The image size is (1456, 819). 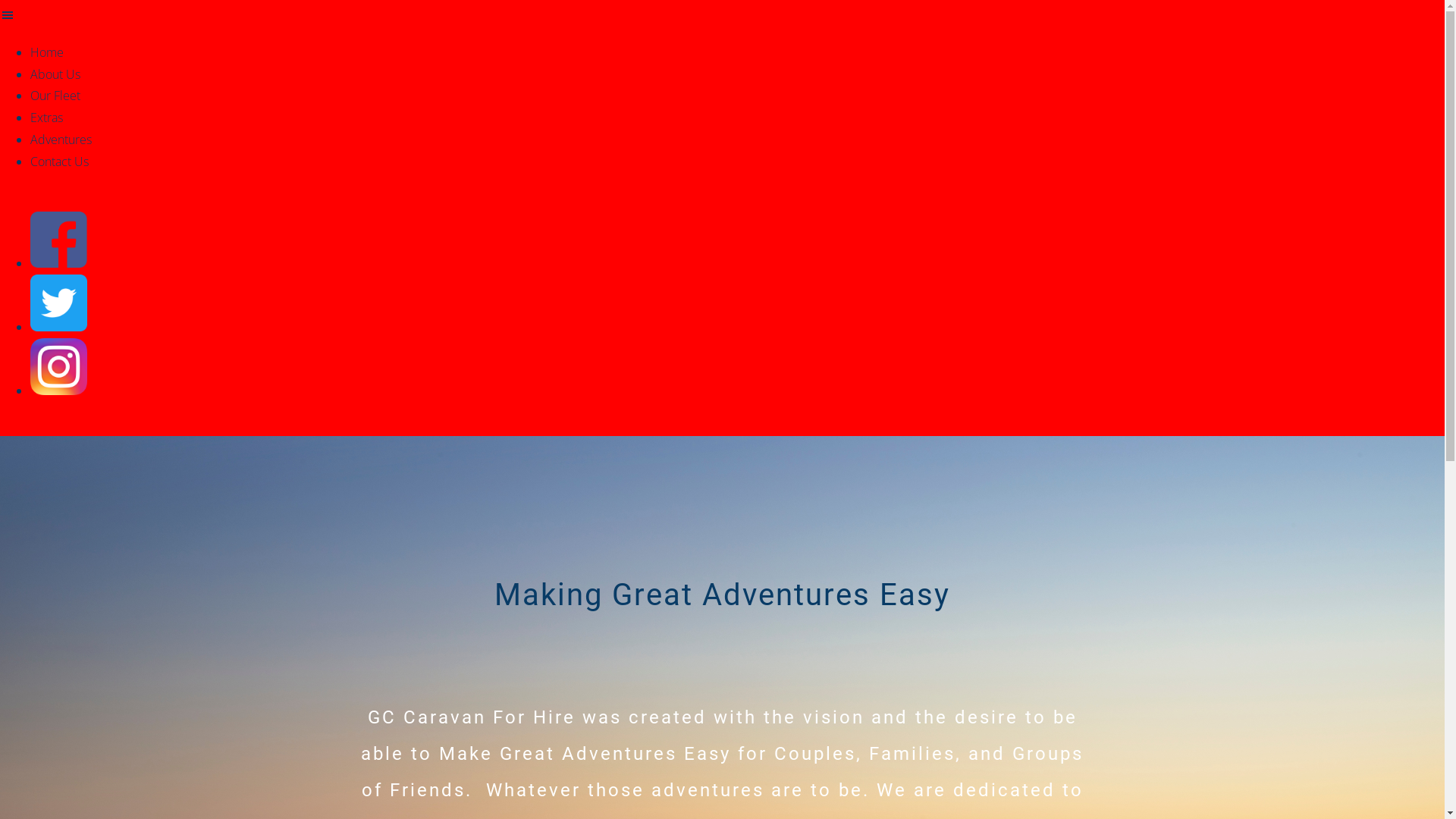 I want to click on 'Follow Us on Facebook', so click(x=58, y=262).